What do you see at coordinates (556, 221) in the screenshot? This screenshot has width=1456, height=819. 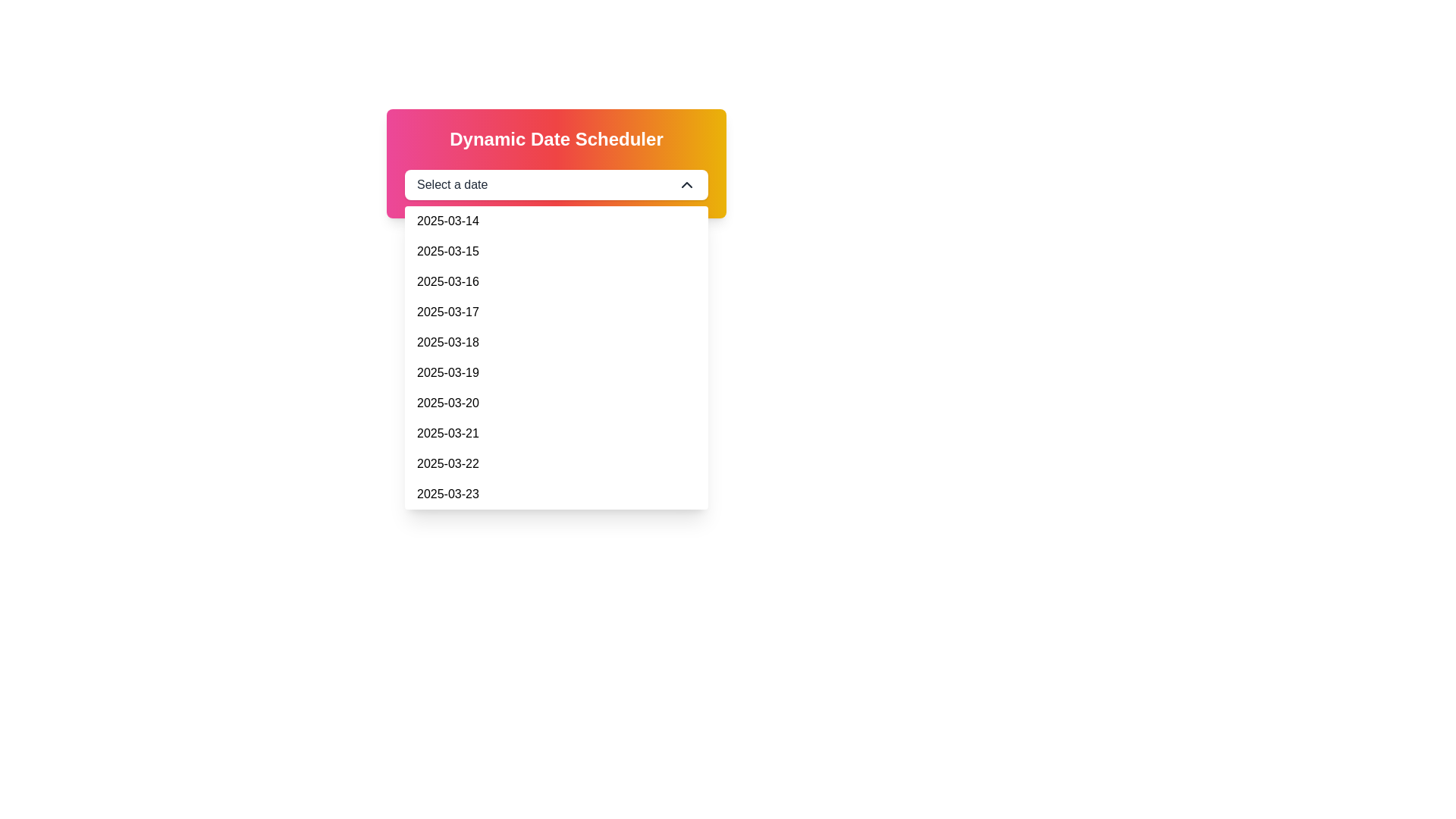 I see `the first item in the dropdown list under the 'Select a date' input field` at bounding box center [556, 221].